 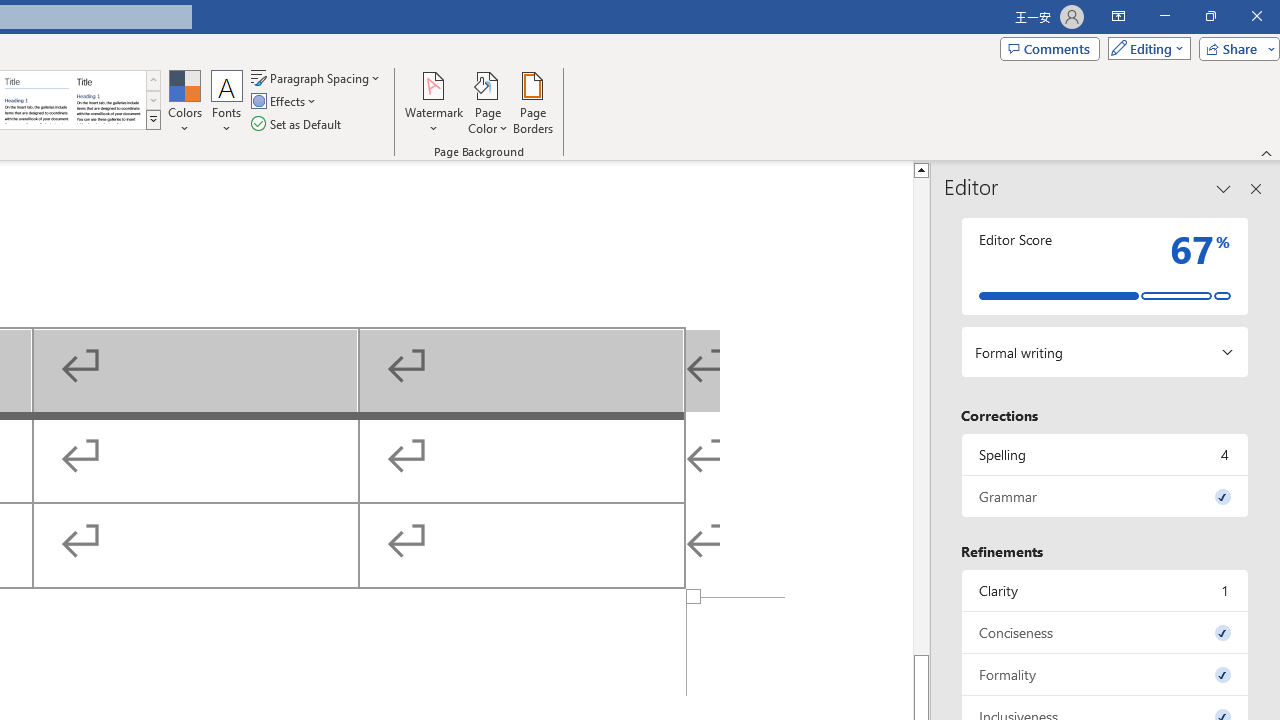 I want to click on 'Word 2013', so click(x=107, y=100).